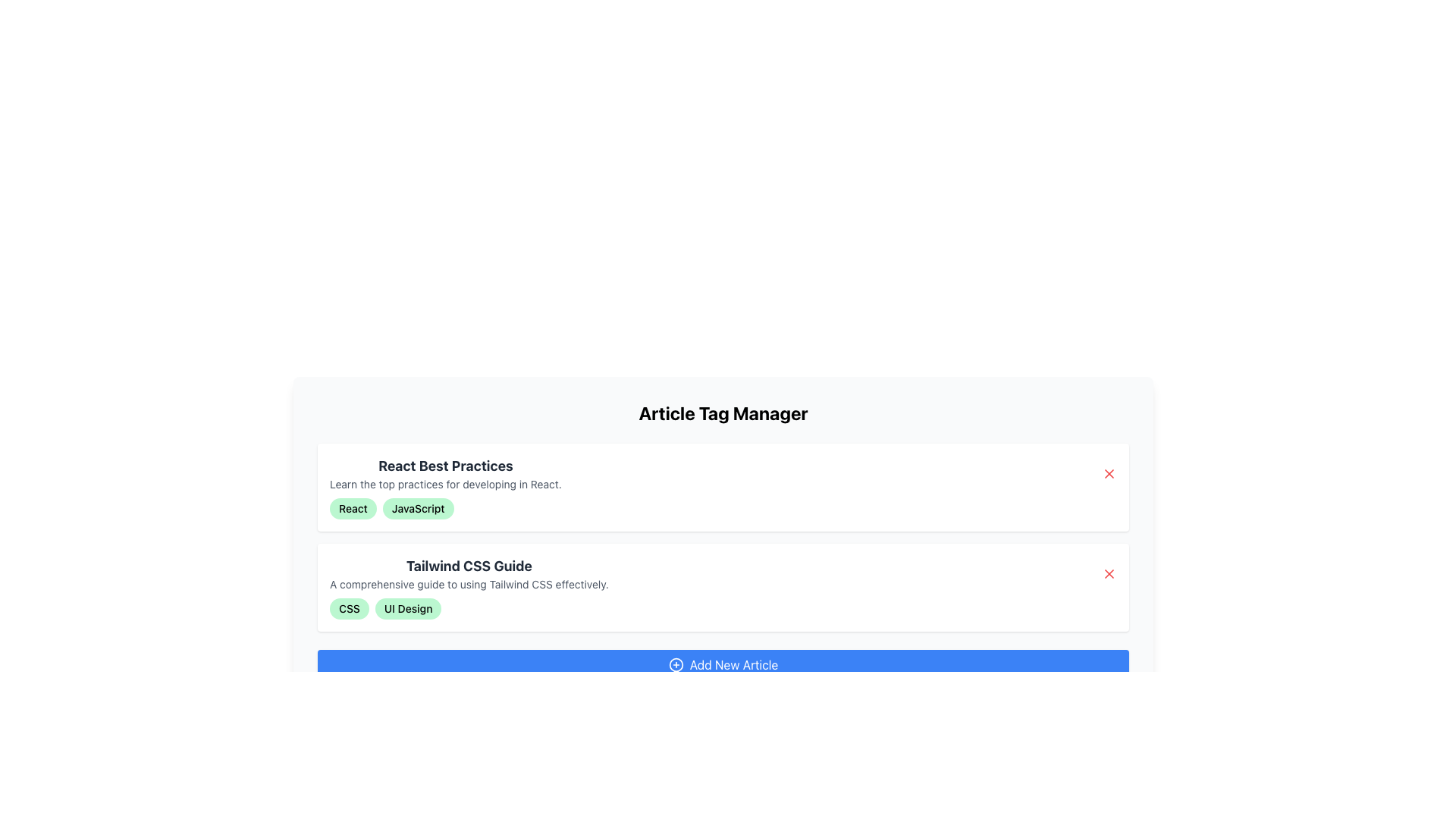  I want to click on the first tag element, which is positioned on the left side below the 'Tailwind CSS Guide' box, and indicates a category or keyword relevant to the content, so click(348, 607).